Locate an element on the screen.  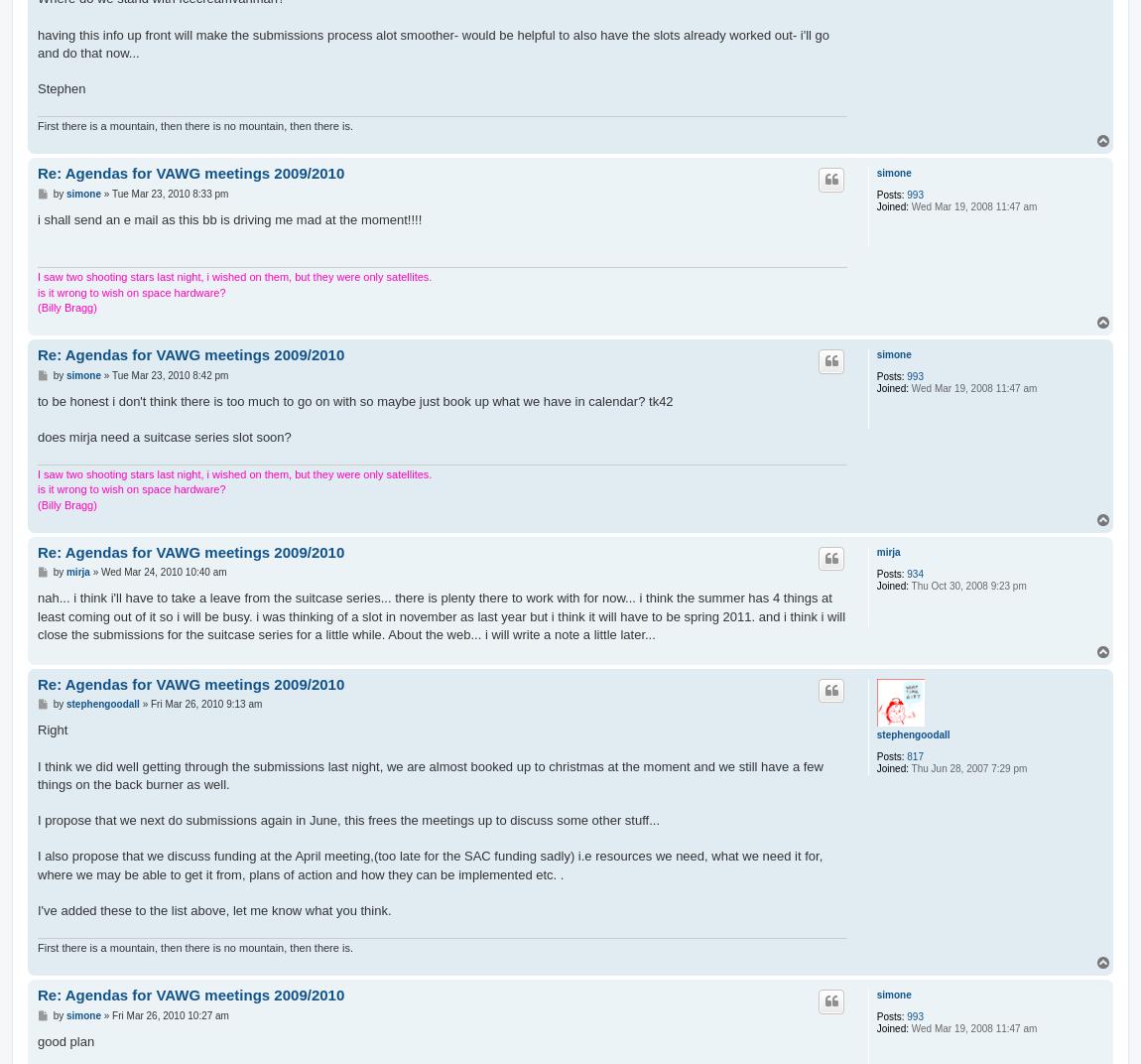
'I think we did well getting through the submissions last night, we are almost booked up to christmas at the moment and we still have a few things on the back burner as well.' is located at coordinates (36, 774).